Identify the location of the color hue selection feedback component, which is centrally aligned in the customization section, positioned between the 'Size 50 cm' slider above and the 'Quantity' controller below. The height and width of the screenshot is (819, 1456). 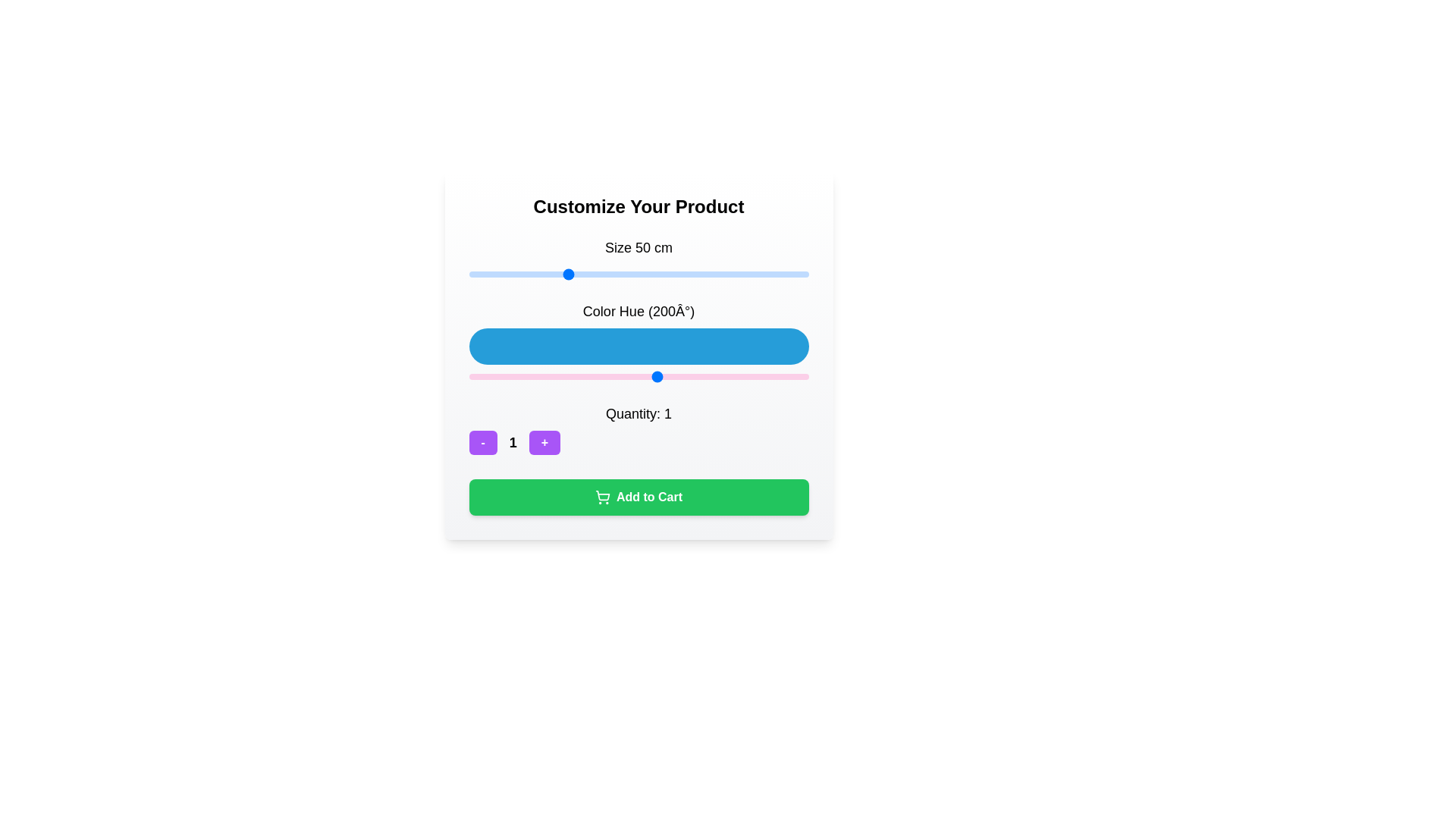
(639, 346).